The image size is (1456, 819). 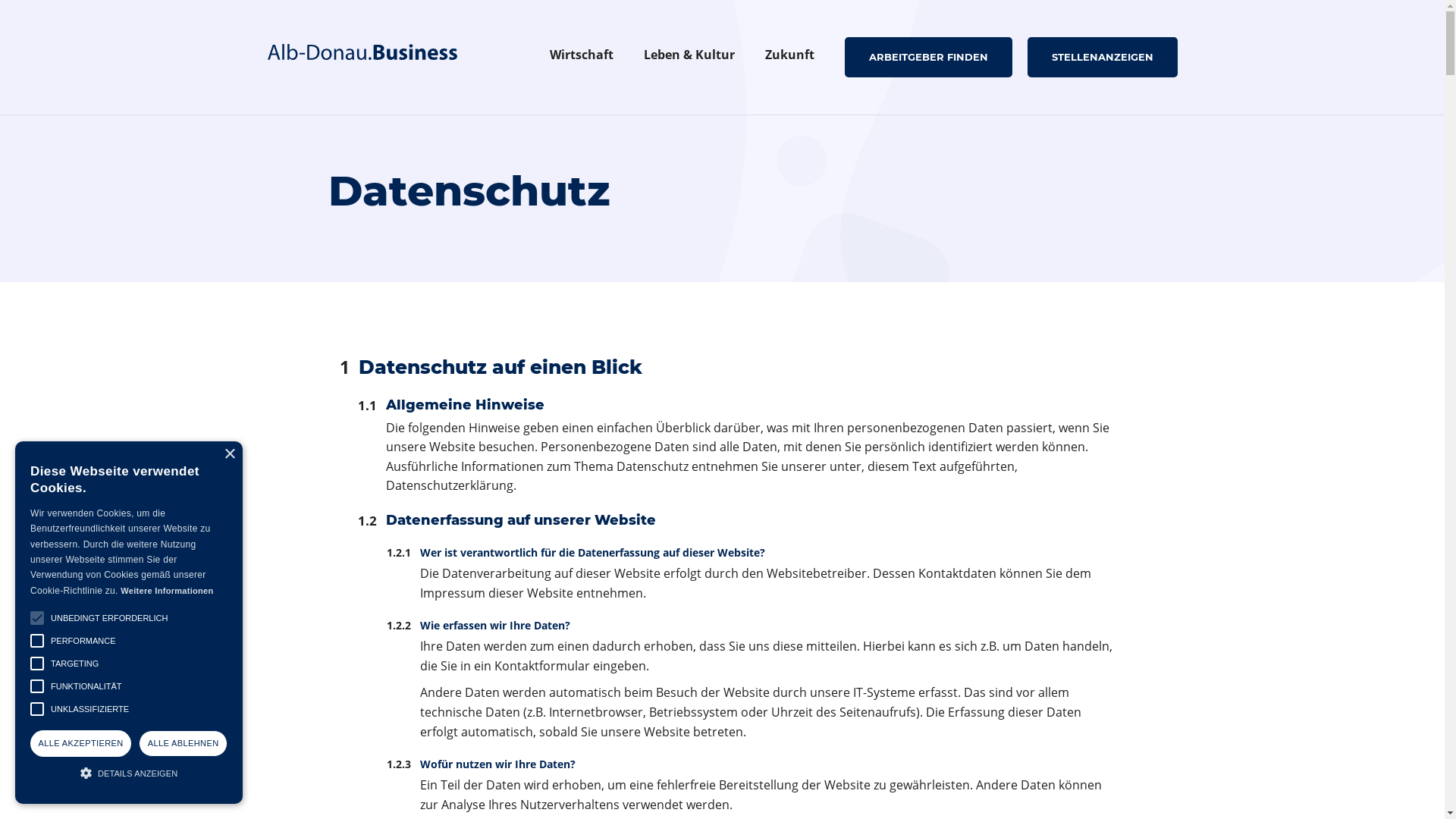 What do you see at coordinates (927, 55) in the screenshot?
I see `'ARBEITGEBER FINDEN'` at bounding box center [927, 55].